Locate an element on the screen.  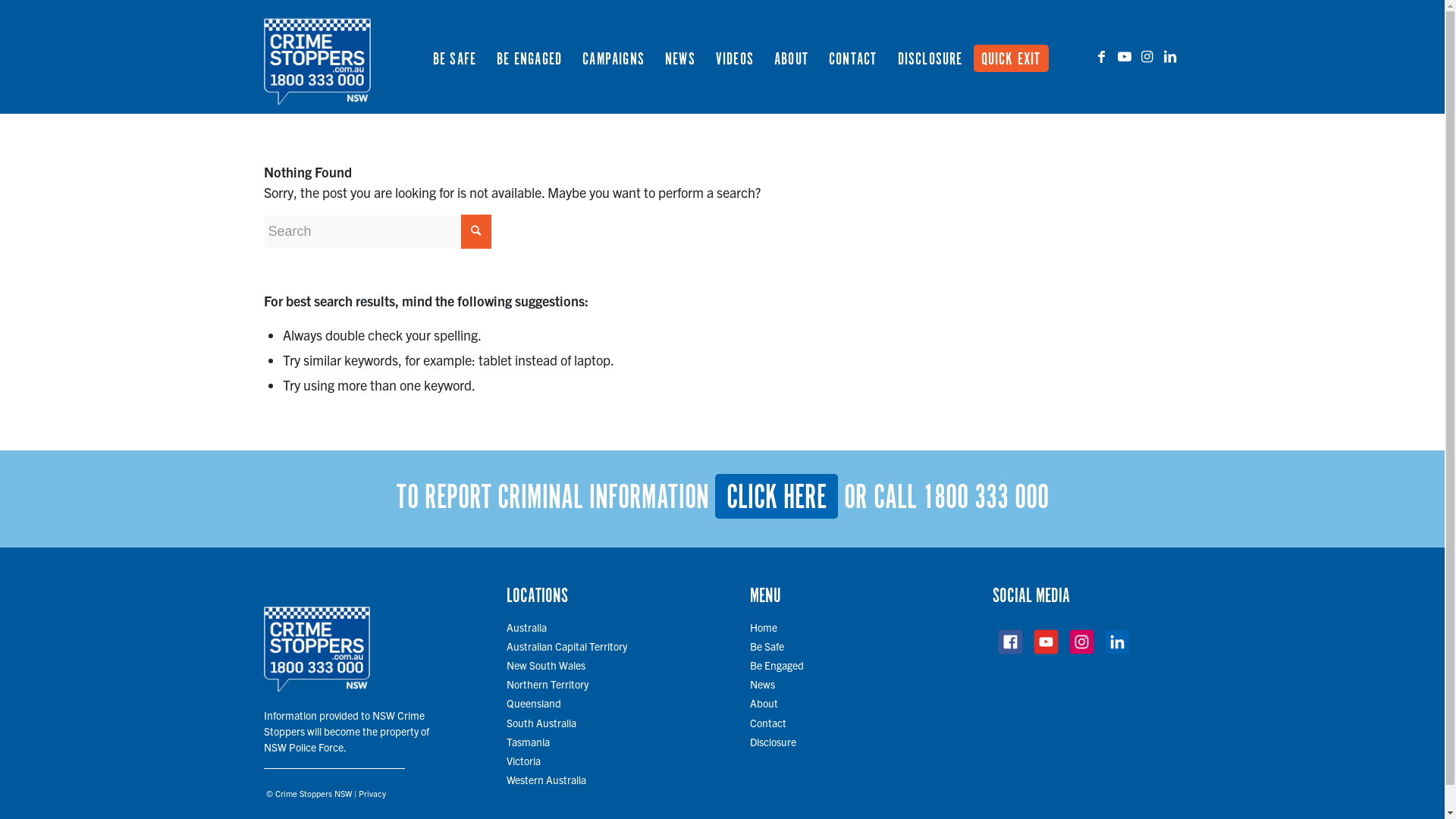
'NEWS' is located at coordinates (679, 55).